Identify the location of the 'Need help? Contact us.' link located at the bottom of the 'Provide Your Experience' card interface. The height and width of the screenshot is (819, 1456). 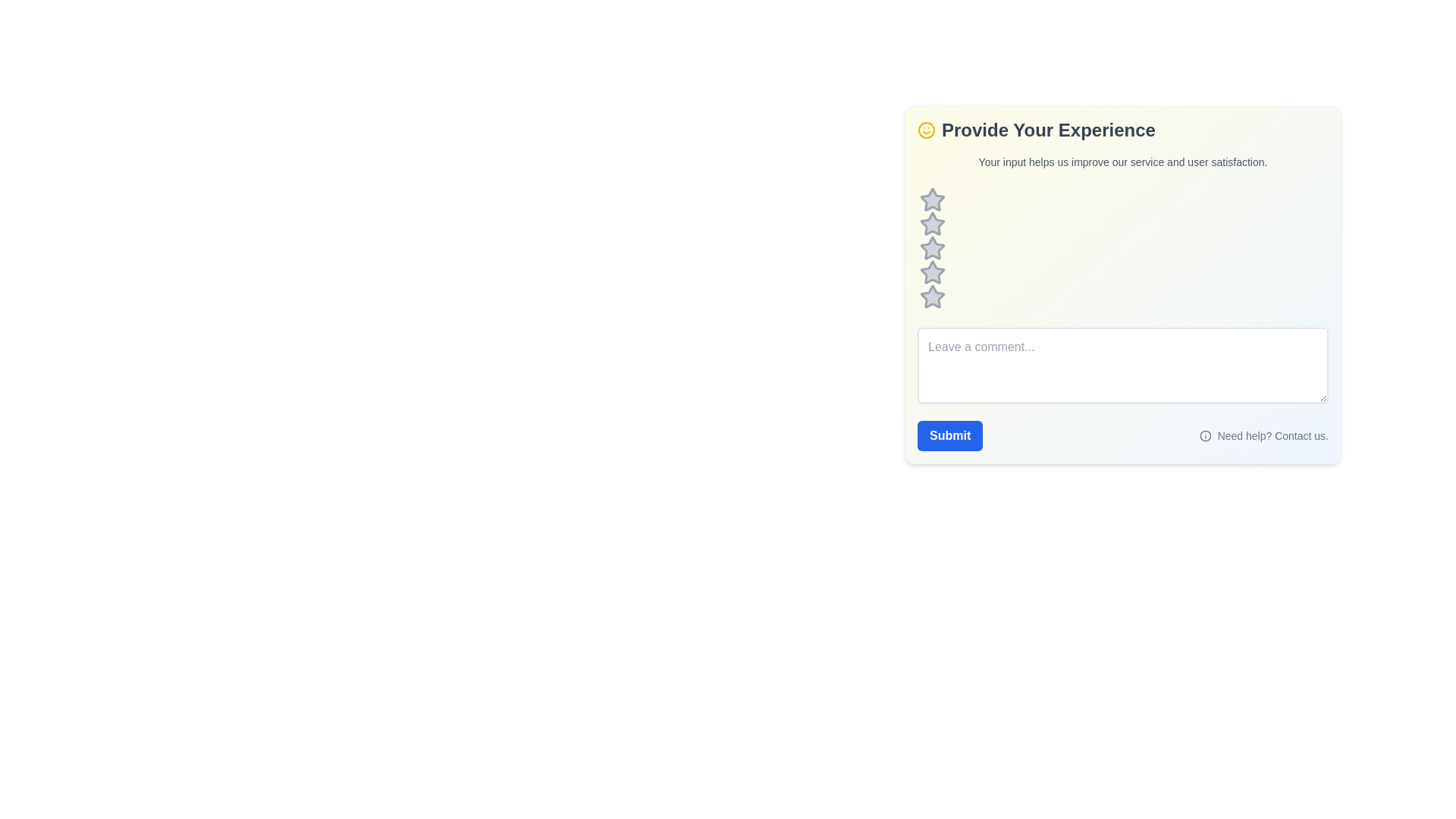
(1123, 435).